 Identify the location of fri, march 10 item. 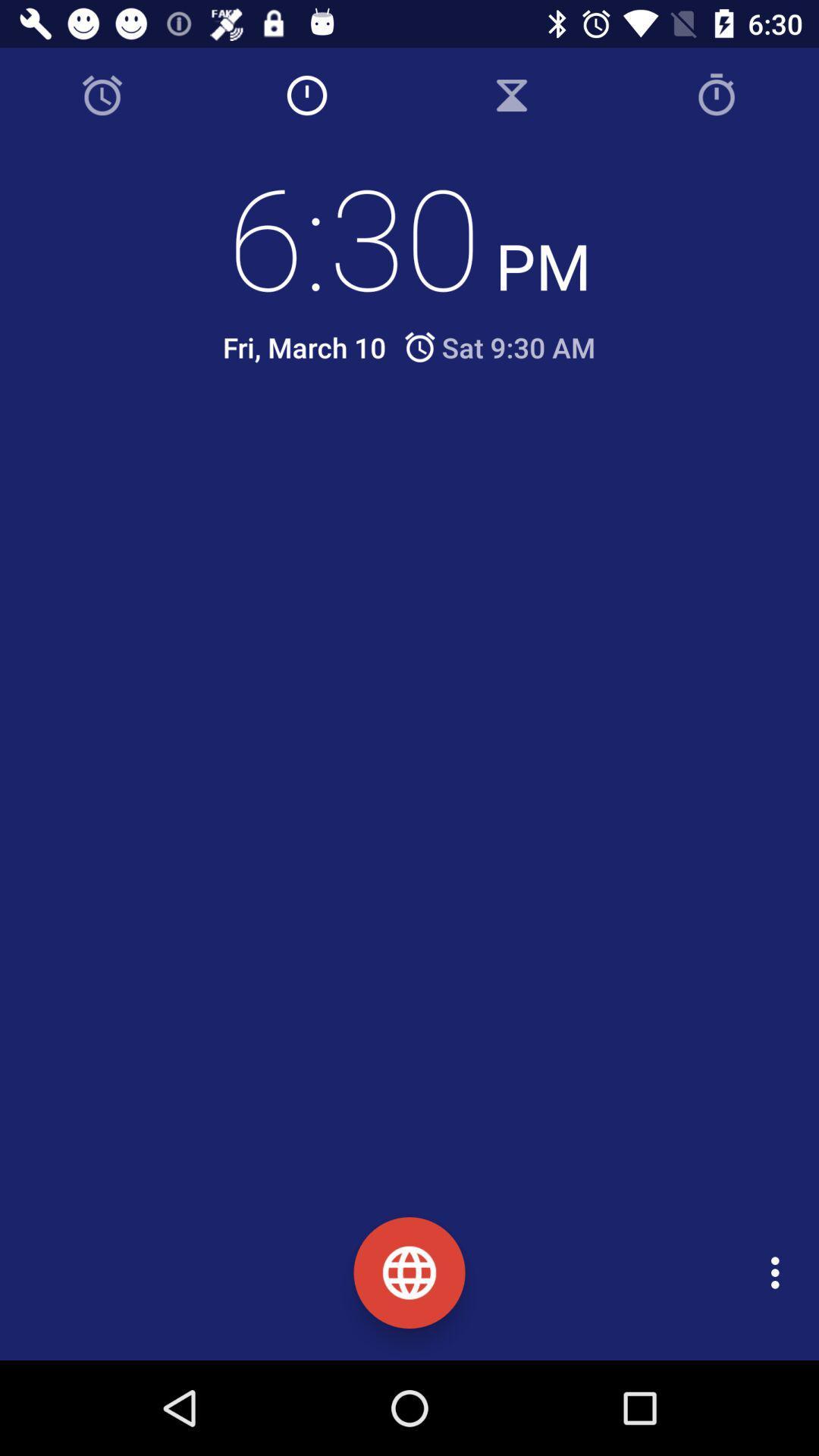
(304, 347).